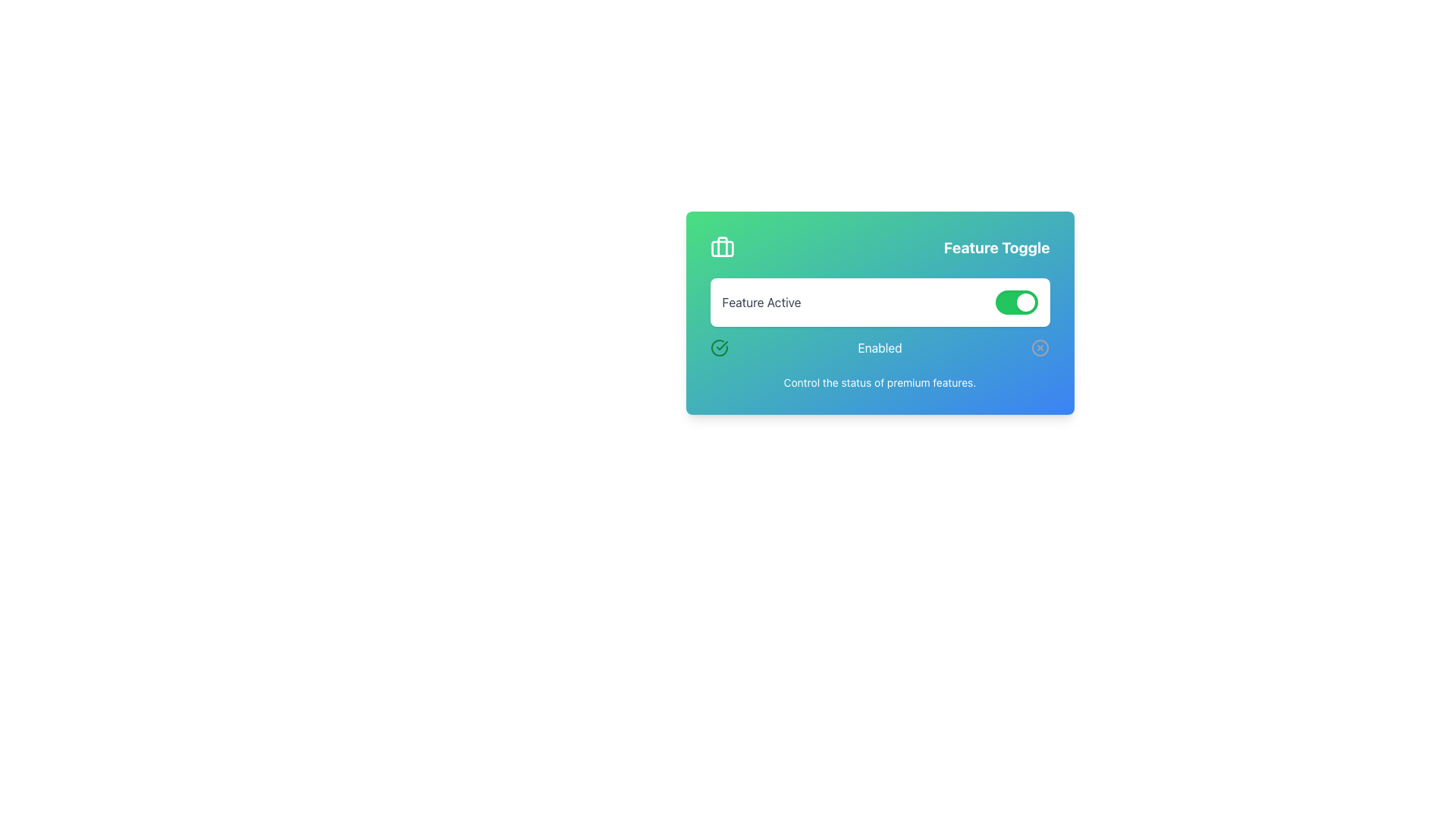 The height and width of the screenshot is (819, 1456). Describe the element at coordinates (1025, 302) in the screenshot. I see `the small circular toggle switch knob, which is styled in white and located at the far-right side of the green toggle switch background, indicating the 'on' state` at that location.